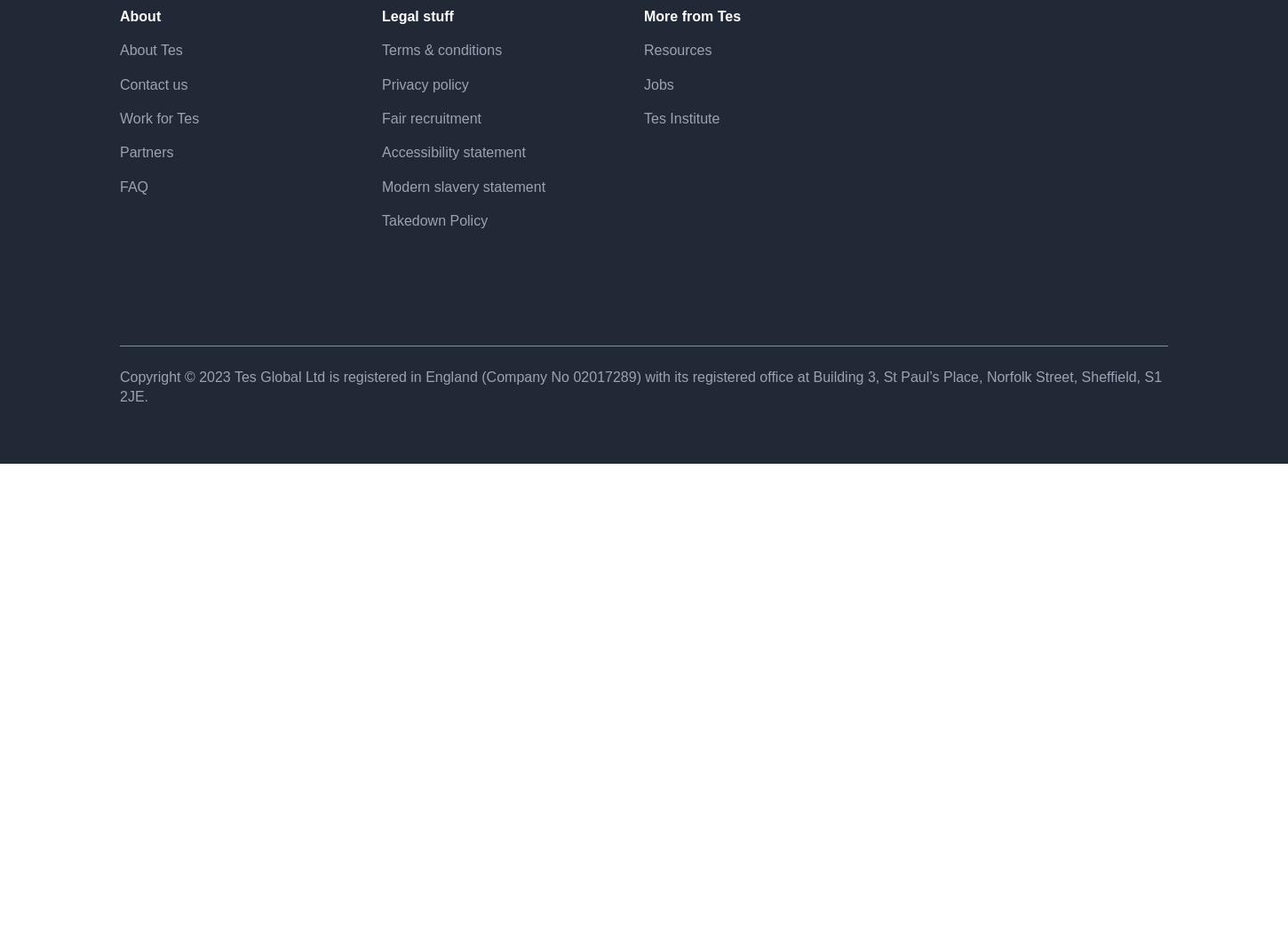 This screenshot has height=939, width=1288. I want to click on 'About Tes', so click(149, 111).